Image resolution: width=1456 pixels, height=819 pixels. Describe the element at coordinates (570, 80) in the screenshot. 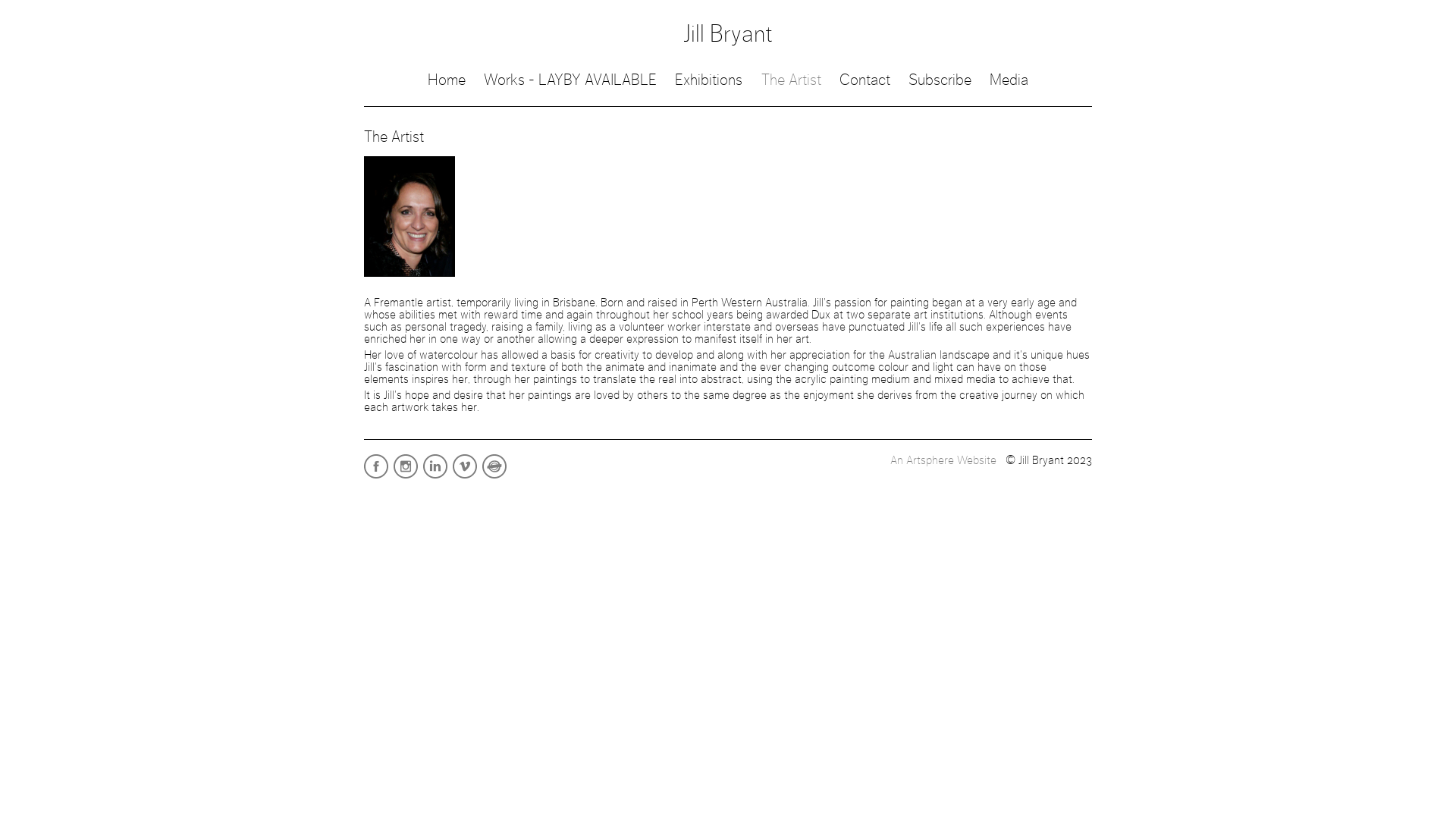

I see `'Works - LAYBY AVAILABLE'` at that location.